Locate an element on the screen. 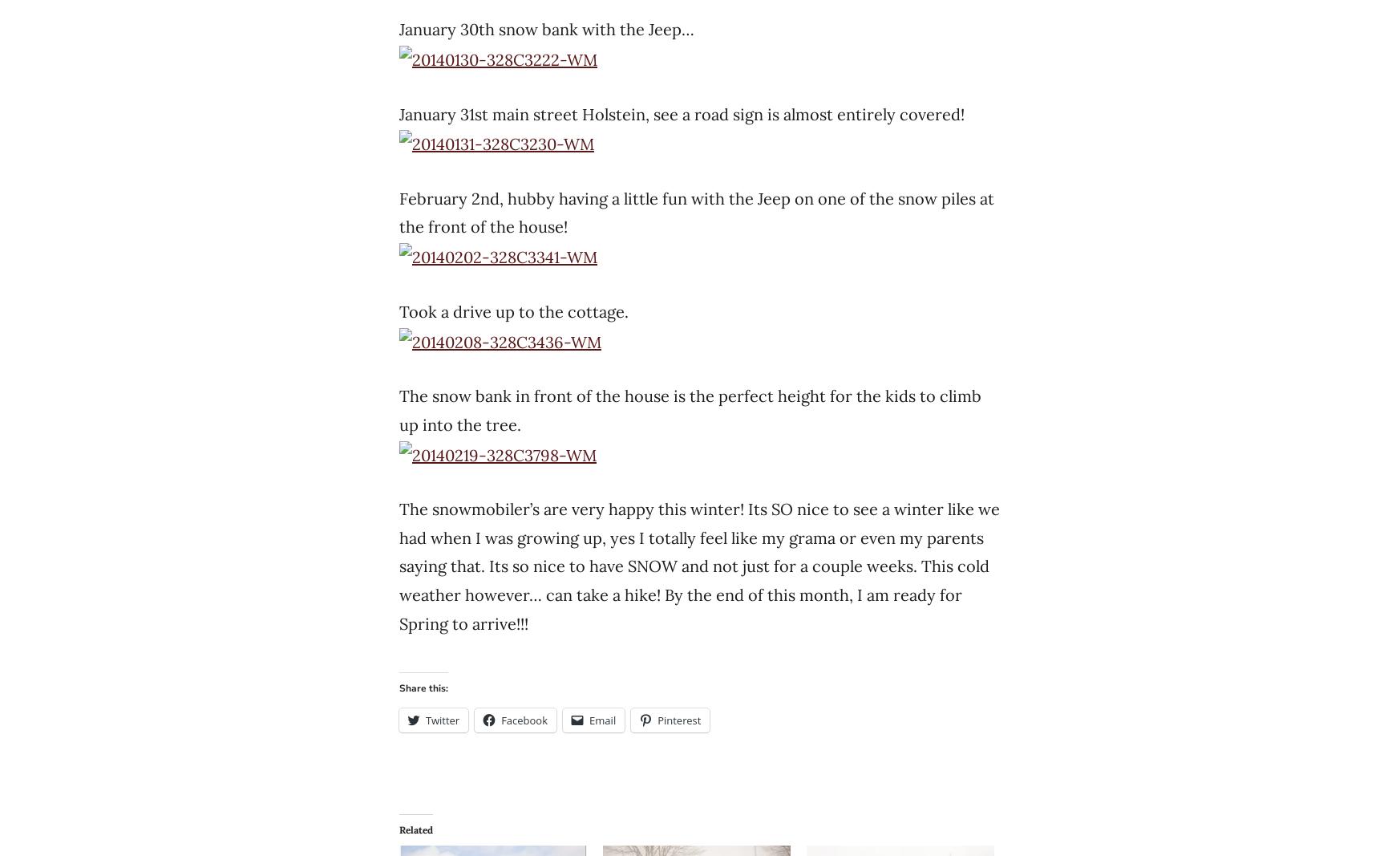 The image size is (1400, 856). 'January 30th snow bank with the Jeep…' is located at coordinates (546, 28).